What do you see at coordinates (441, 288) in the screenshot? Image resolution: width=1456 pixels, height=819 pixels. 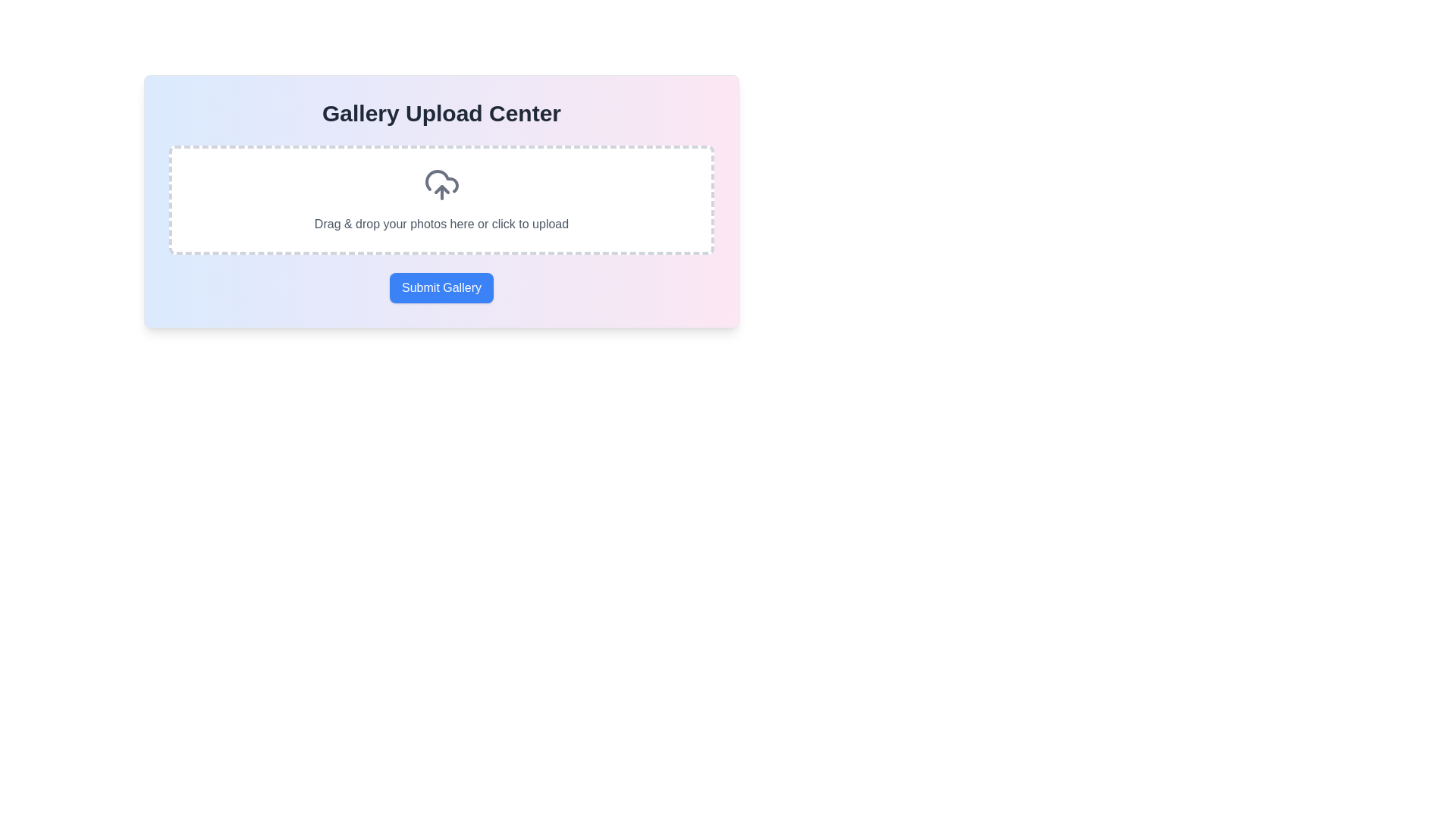 I see `the rectangular button with a blue background and white text reading 'Submit Gallery'` at bounding box center [441, 288].